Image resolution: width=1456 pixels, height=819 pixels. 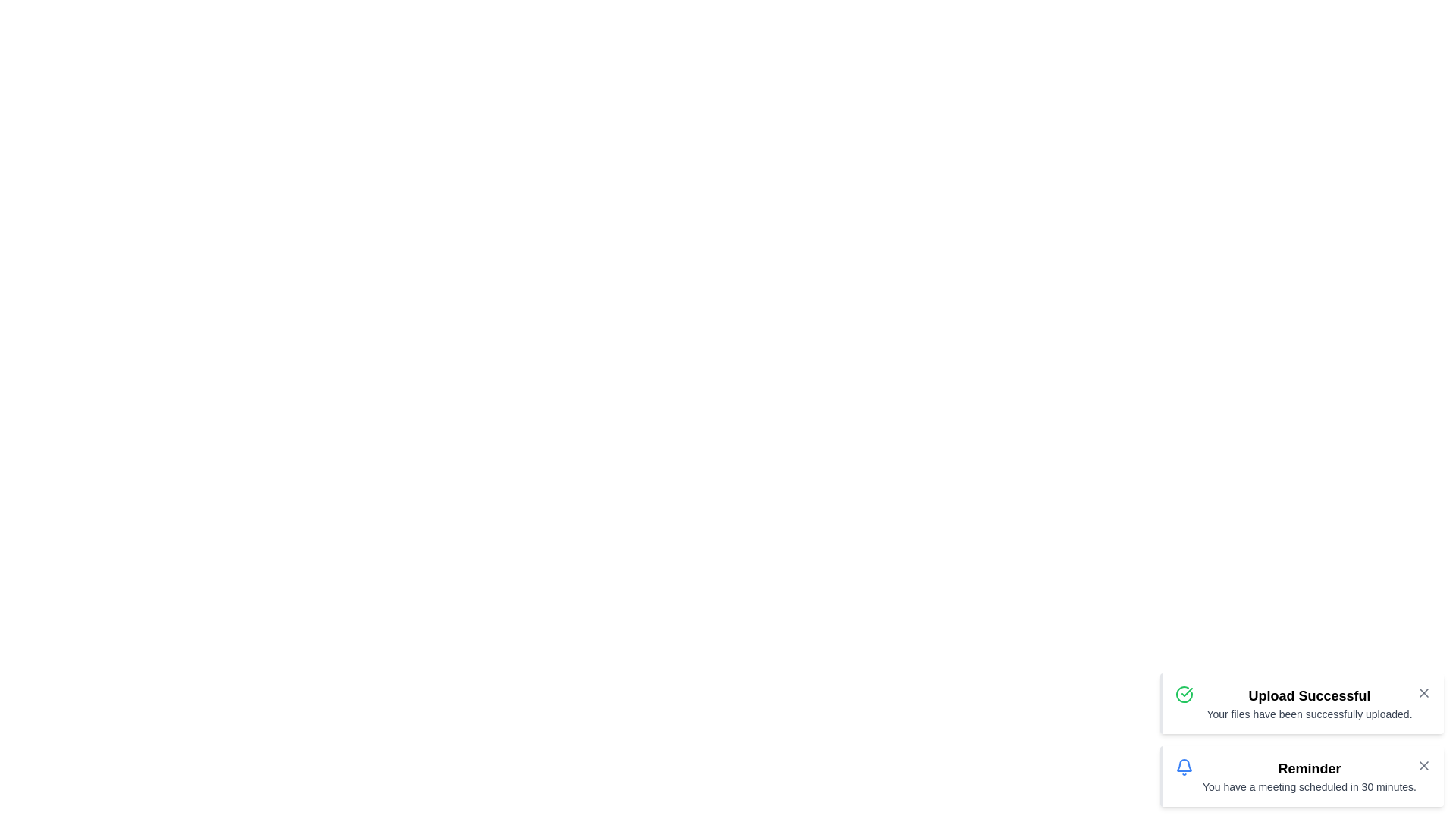 I want to click on the notification list vertically by 90 pixels, so click(x=1301, y=739).